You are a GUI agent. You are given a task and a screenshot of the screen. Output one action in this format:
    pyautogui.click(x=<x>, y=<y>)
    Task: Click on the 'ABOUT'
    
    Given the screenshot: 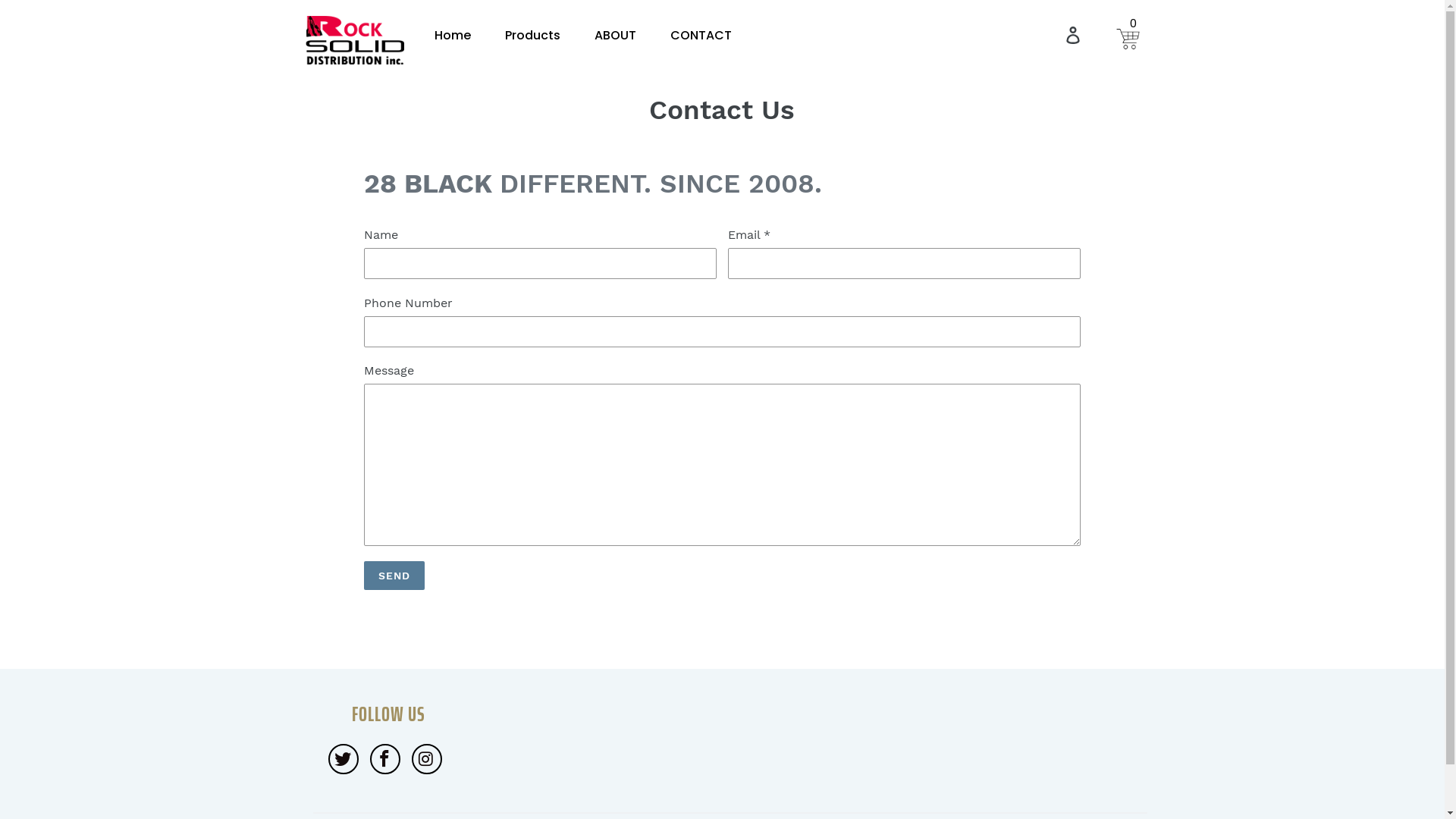 What is the action you would take?
    pyautogui.click(x=593, y=34)
    